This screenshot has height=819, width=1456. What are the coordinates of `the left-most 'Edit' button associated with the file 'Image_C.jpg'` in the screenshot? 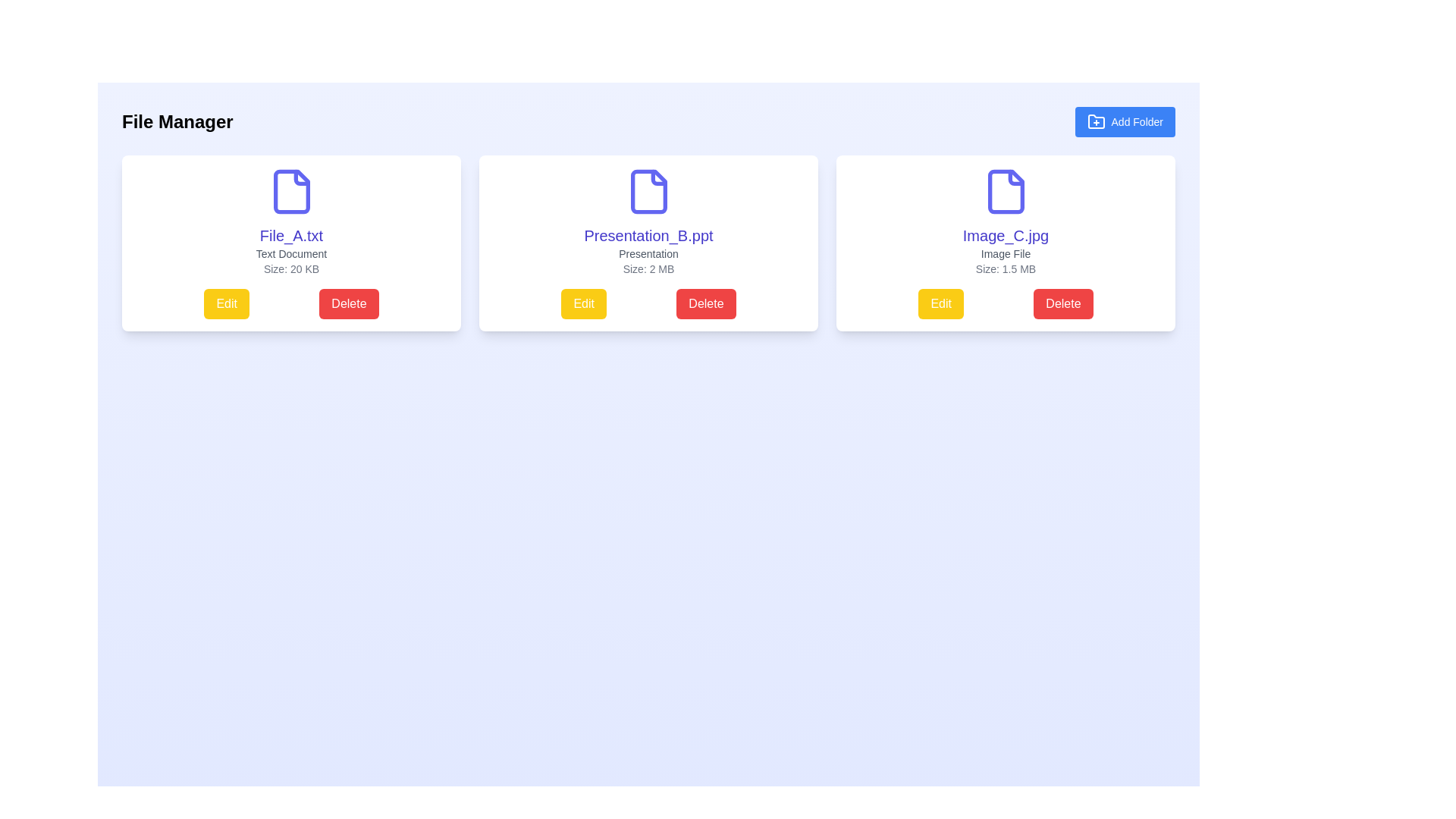 It's located at (940, 304).